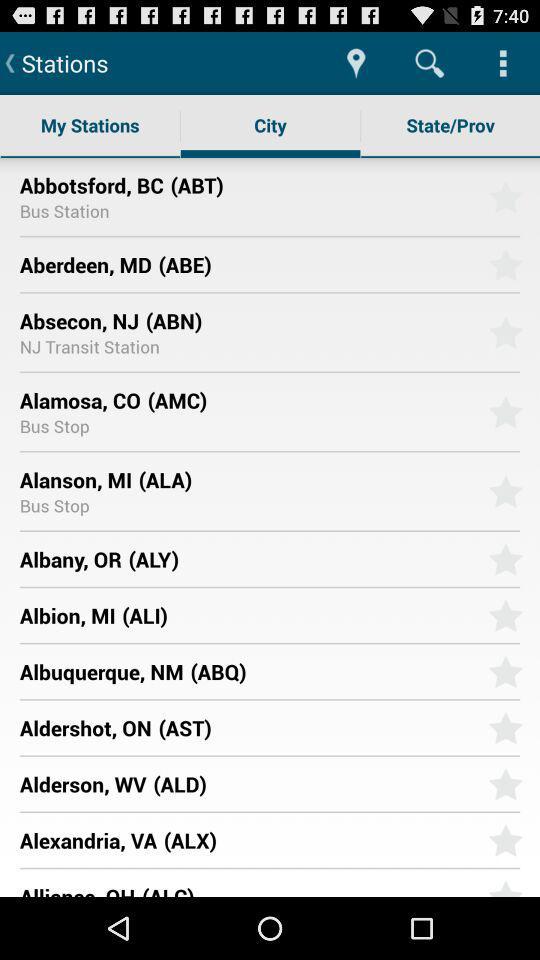 The image size is (540, 960). Describe the element at coordinates (319, 840) in the screenshot. I see `(alx) icon` at that location.